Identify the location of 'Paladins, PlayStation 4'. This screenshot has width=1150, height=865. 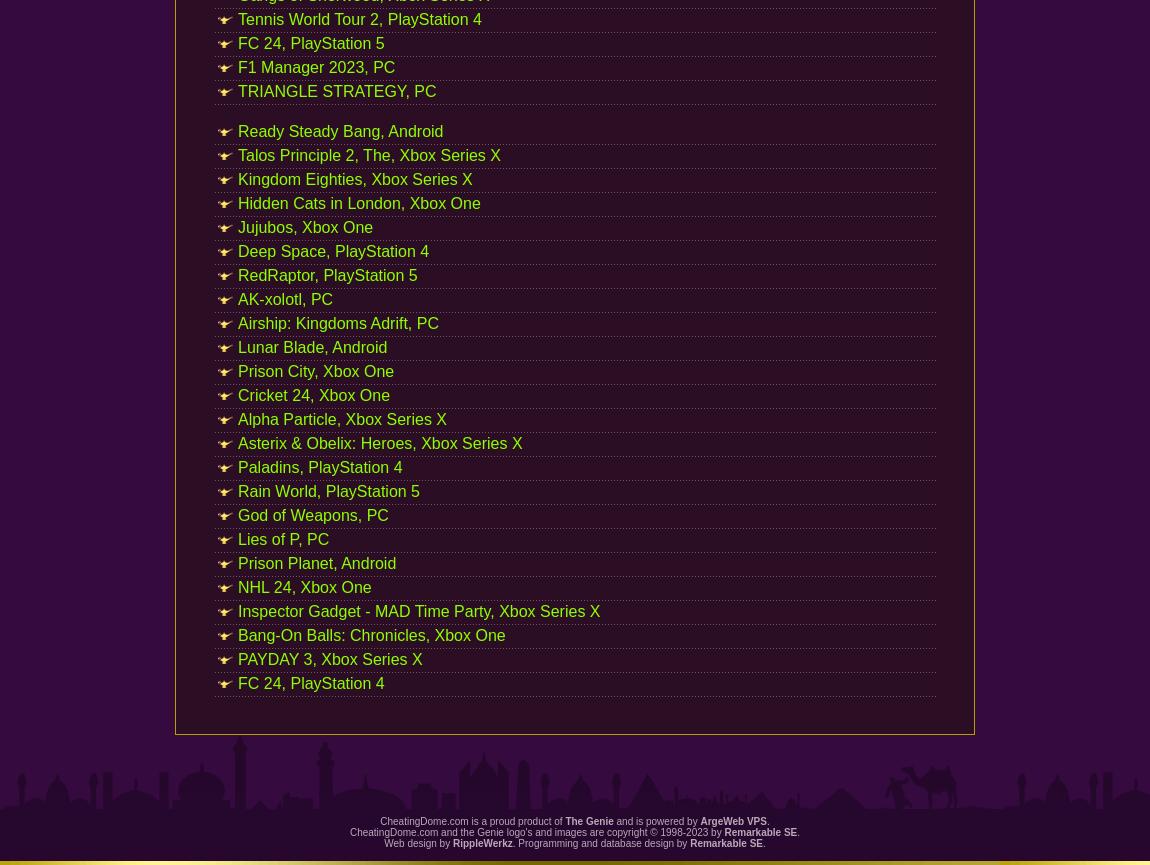
(237, 466).